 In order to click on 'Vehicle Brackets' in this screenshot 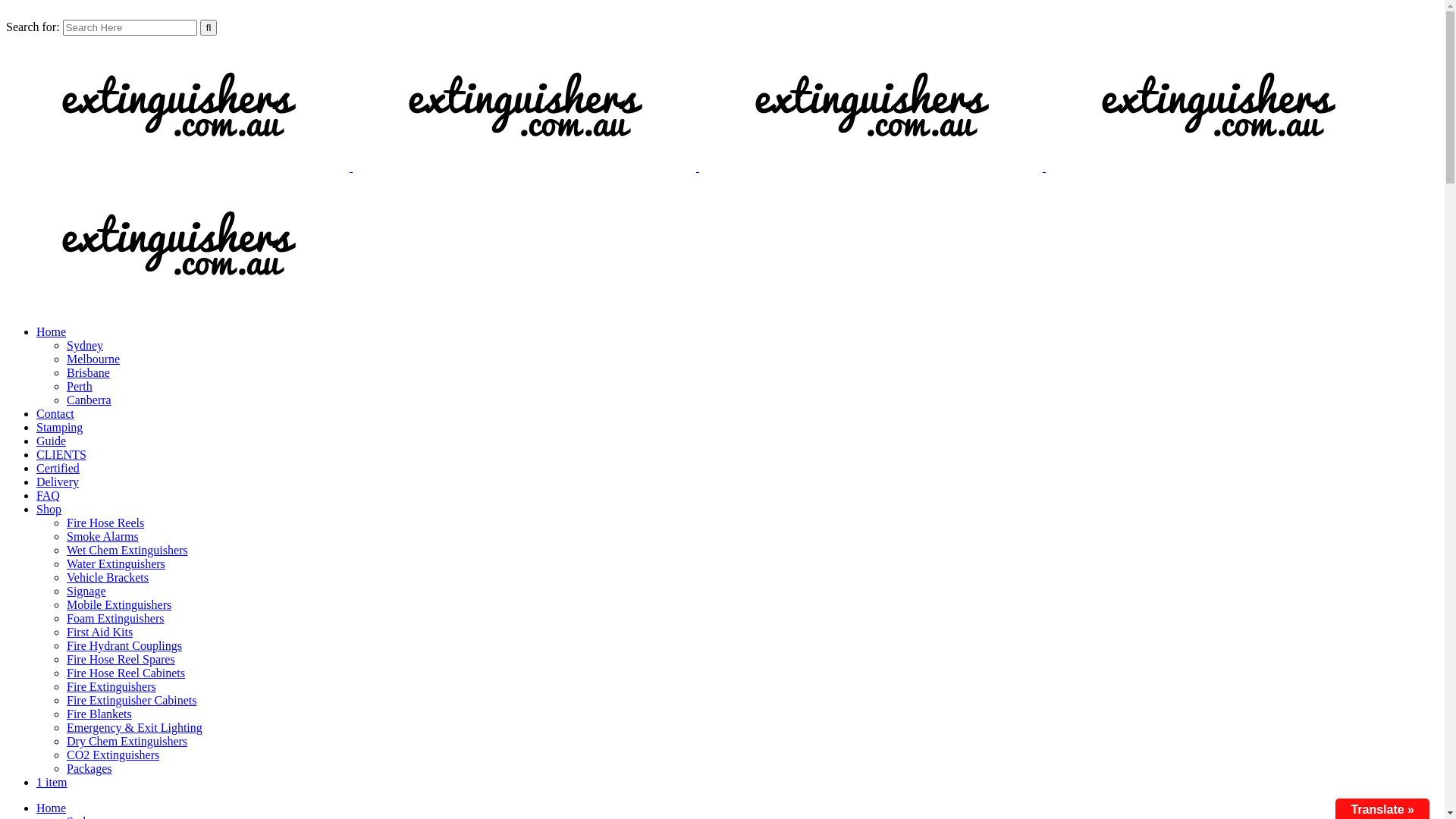, I will do `click(107, 577)`.